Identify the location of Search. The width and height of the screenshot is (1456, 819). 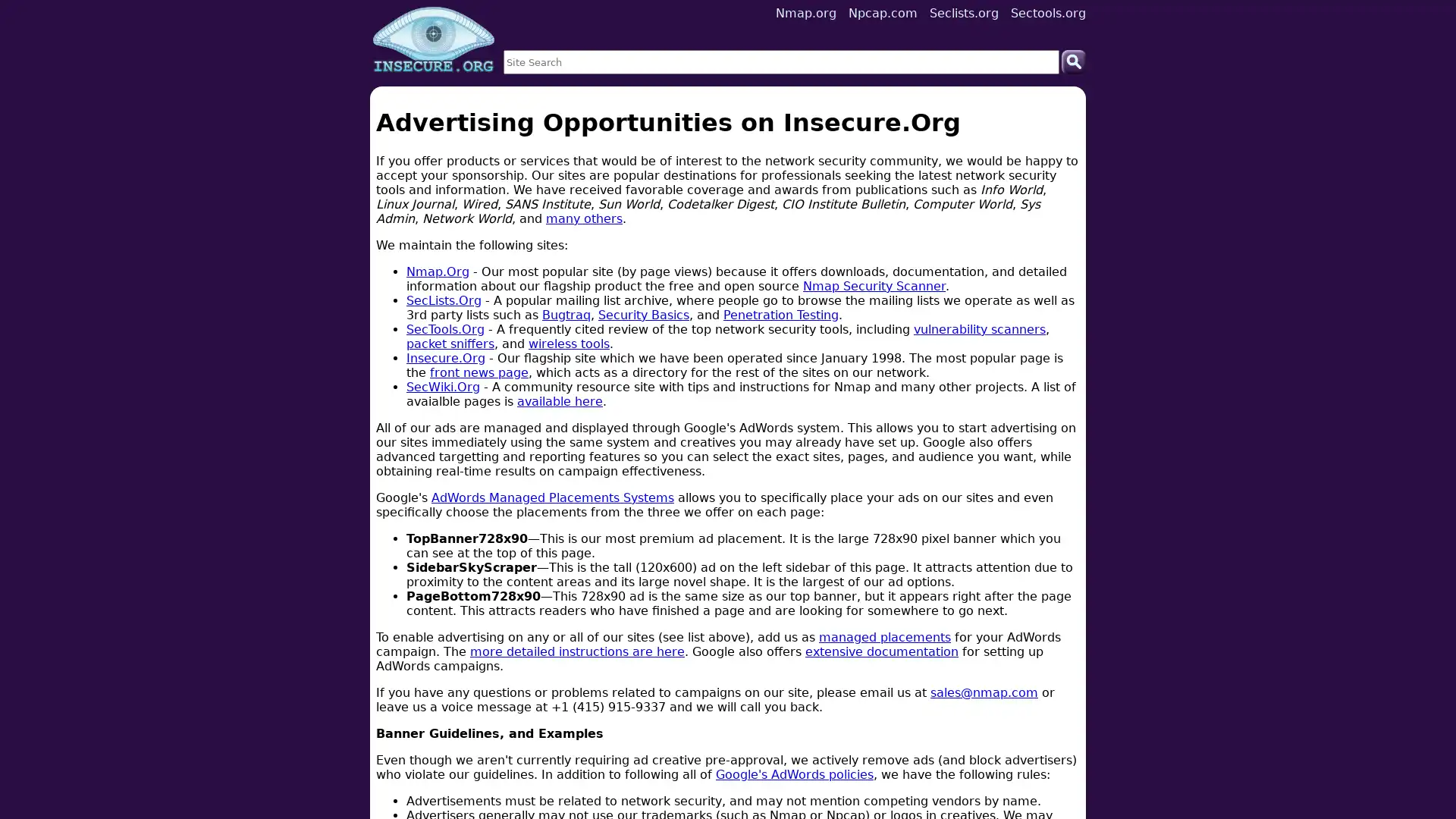
(1073, 61).